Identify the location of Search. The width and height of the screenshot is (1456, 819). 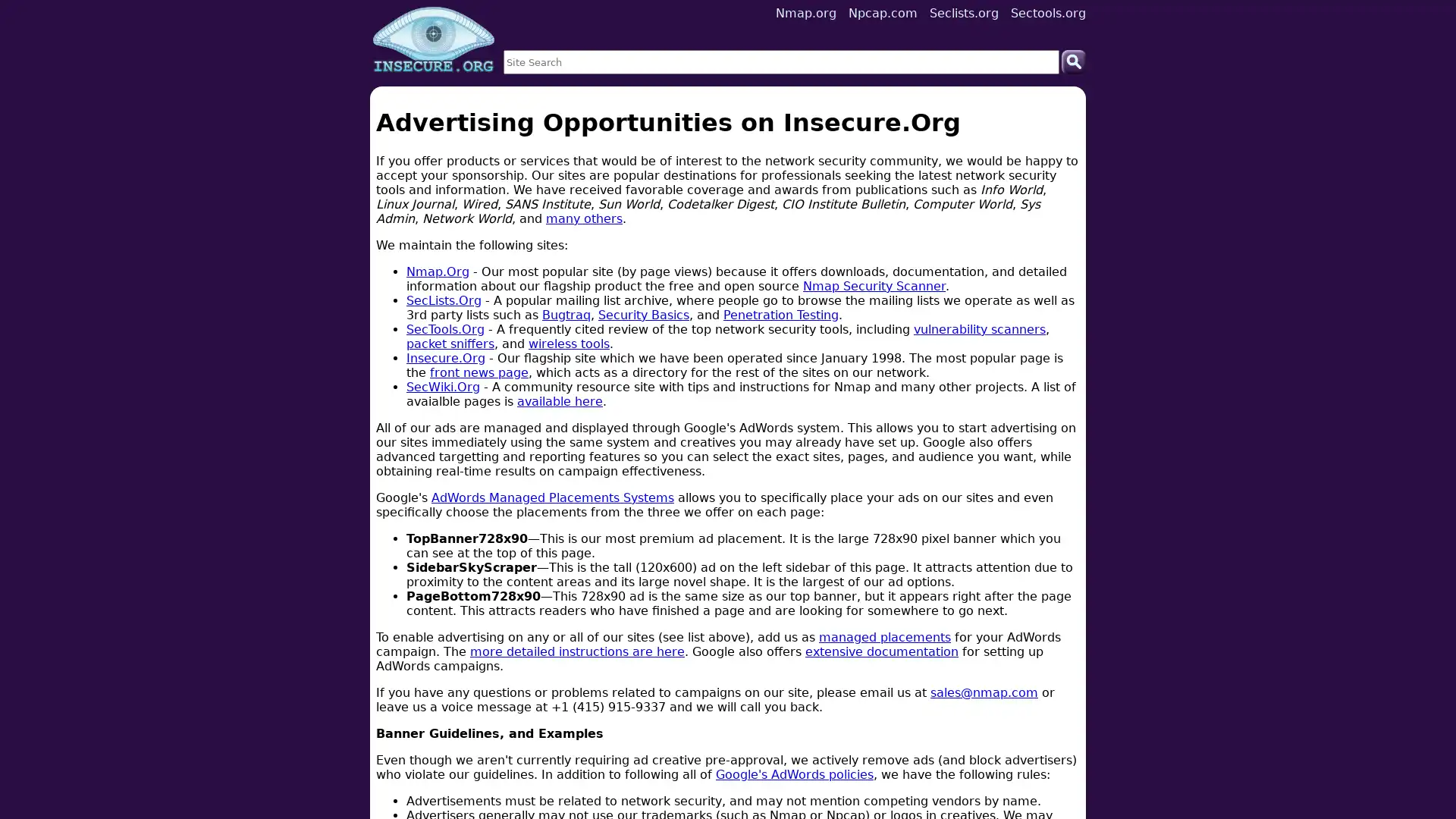
(1073, 61).